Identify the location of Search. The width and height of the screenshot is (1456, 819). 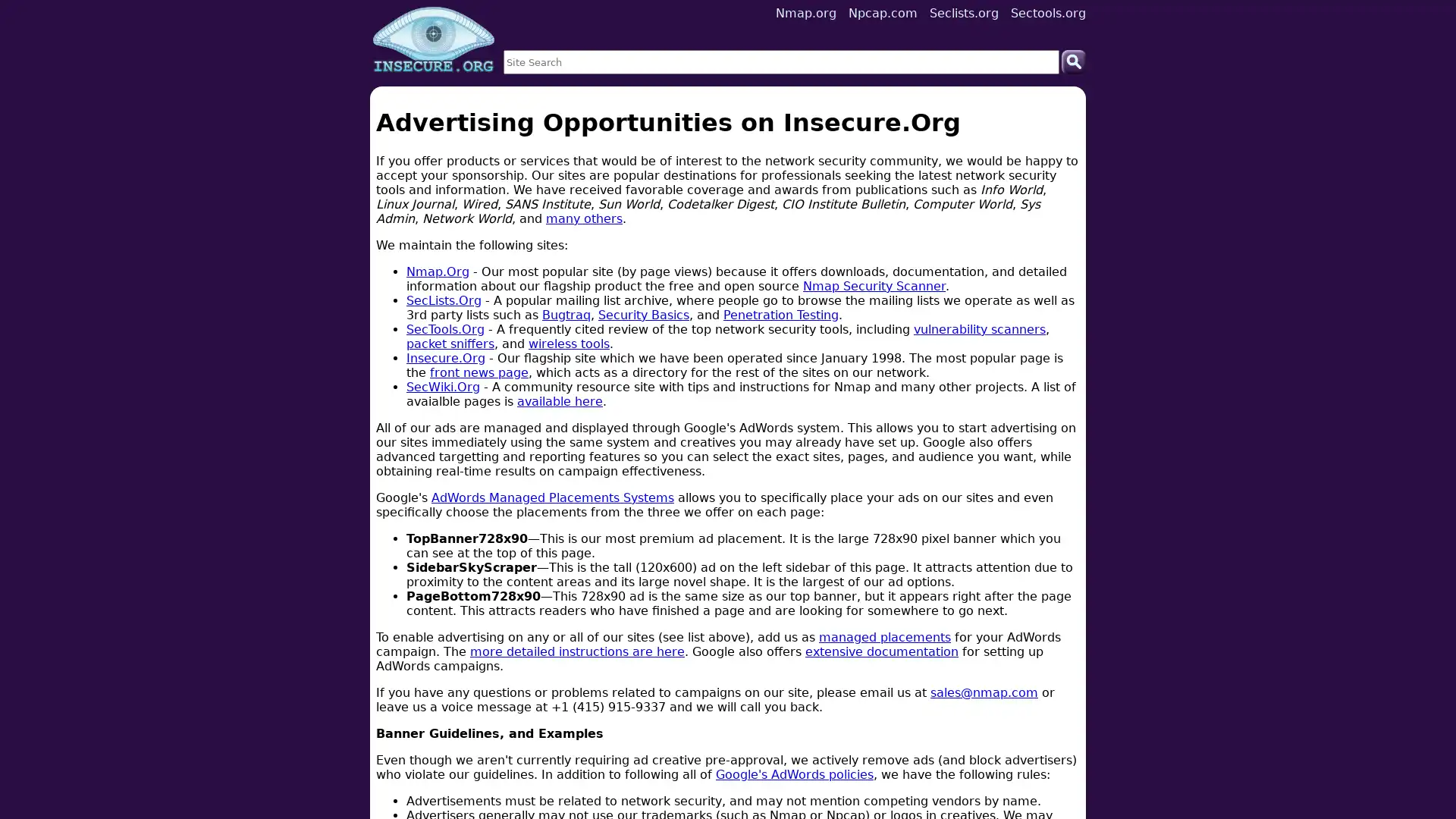
(1073, 61).